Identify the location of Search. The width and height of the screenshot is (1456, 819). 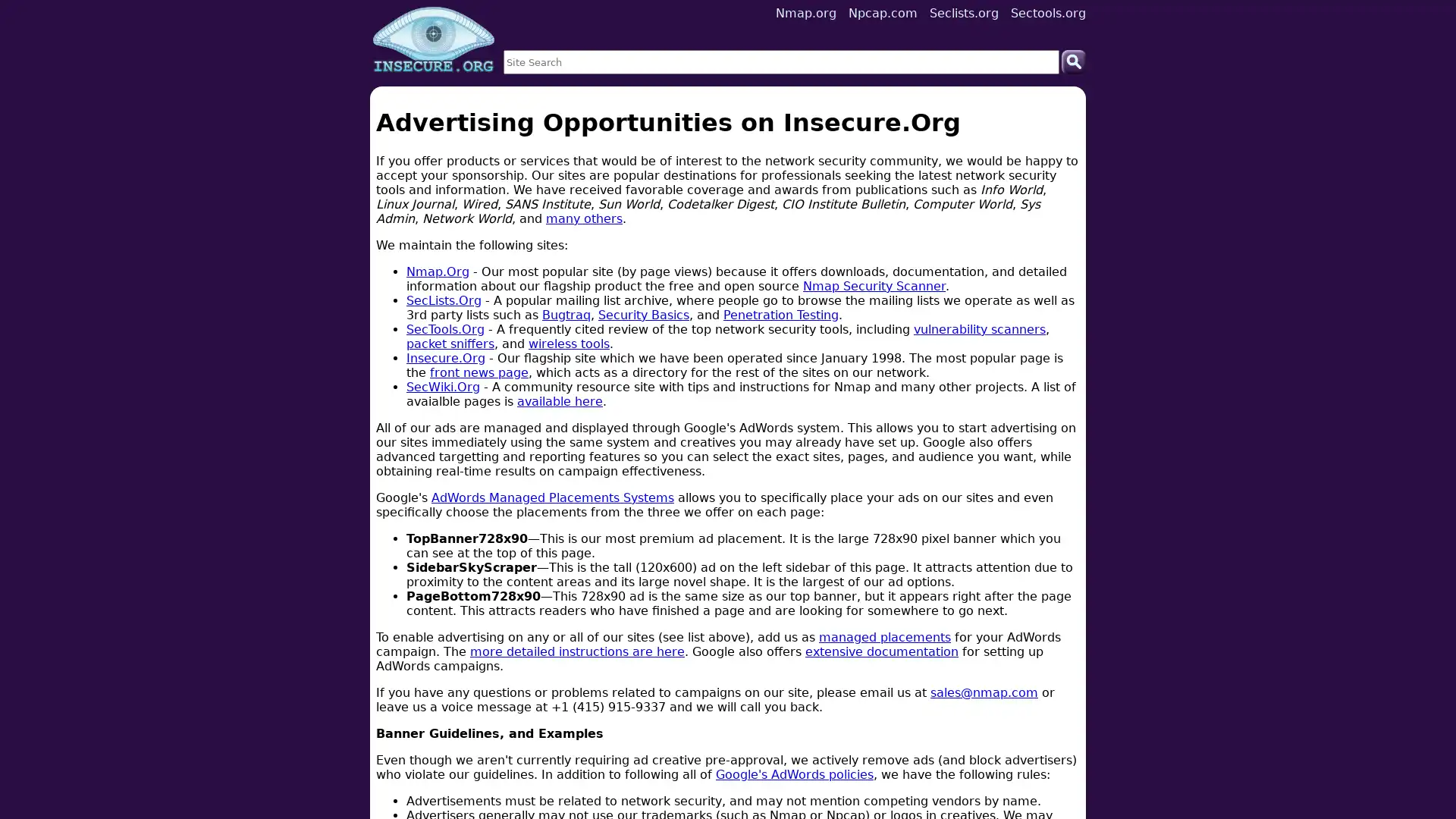
(1073, 61).